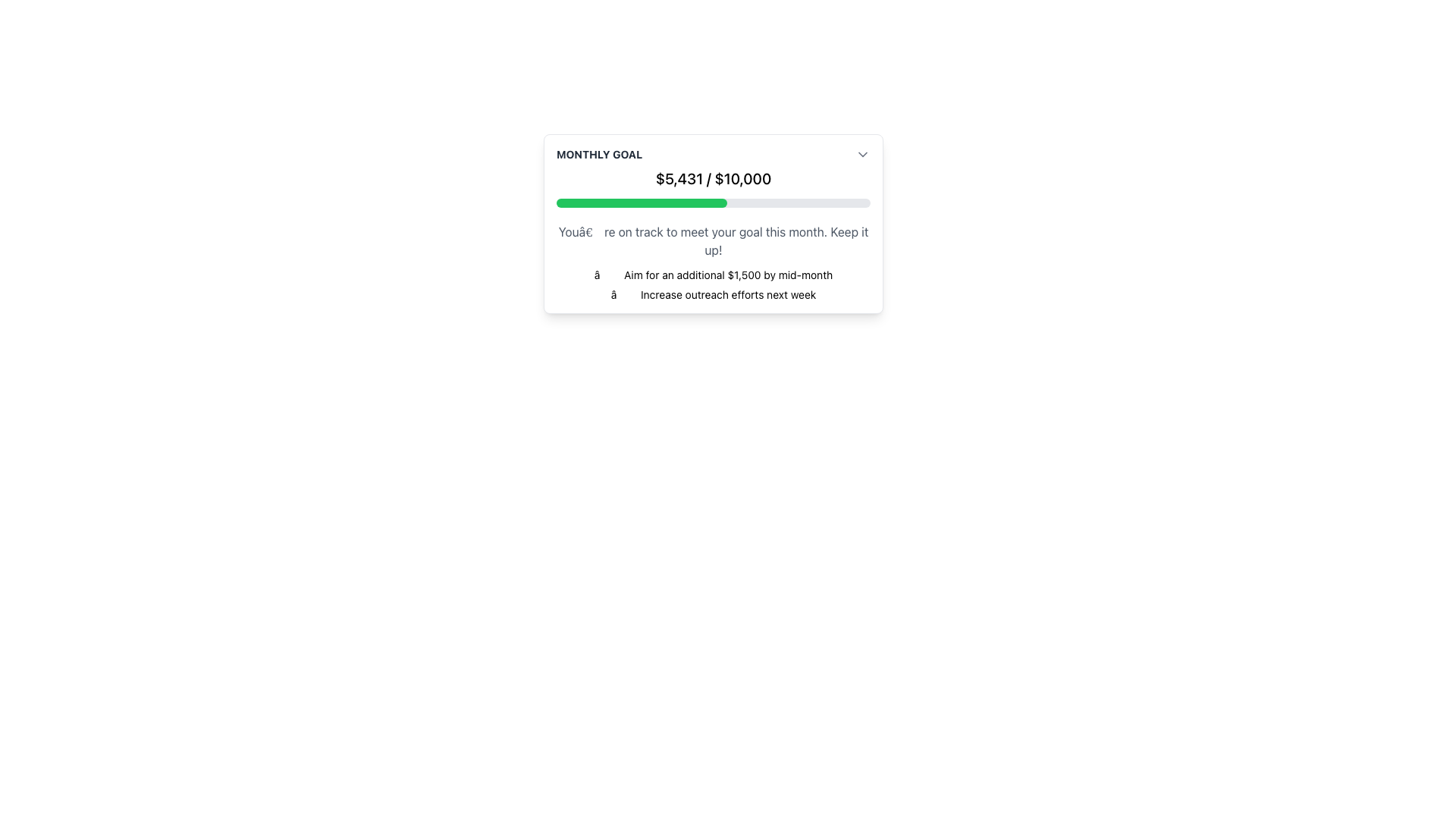 The image size is (1456, 819). Describe the element at coordinates (862, 155) in the screenshot. I see `the dropdown toggle button, which is a downward-facing chevron icon located at the far right side of the 'Monthly Goal' section` at that location.